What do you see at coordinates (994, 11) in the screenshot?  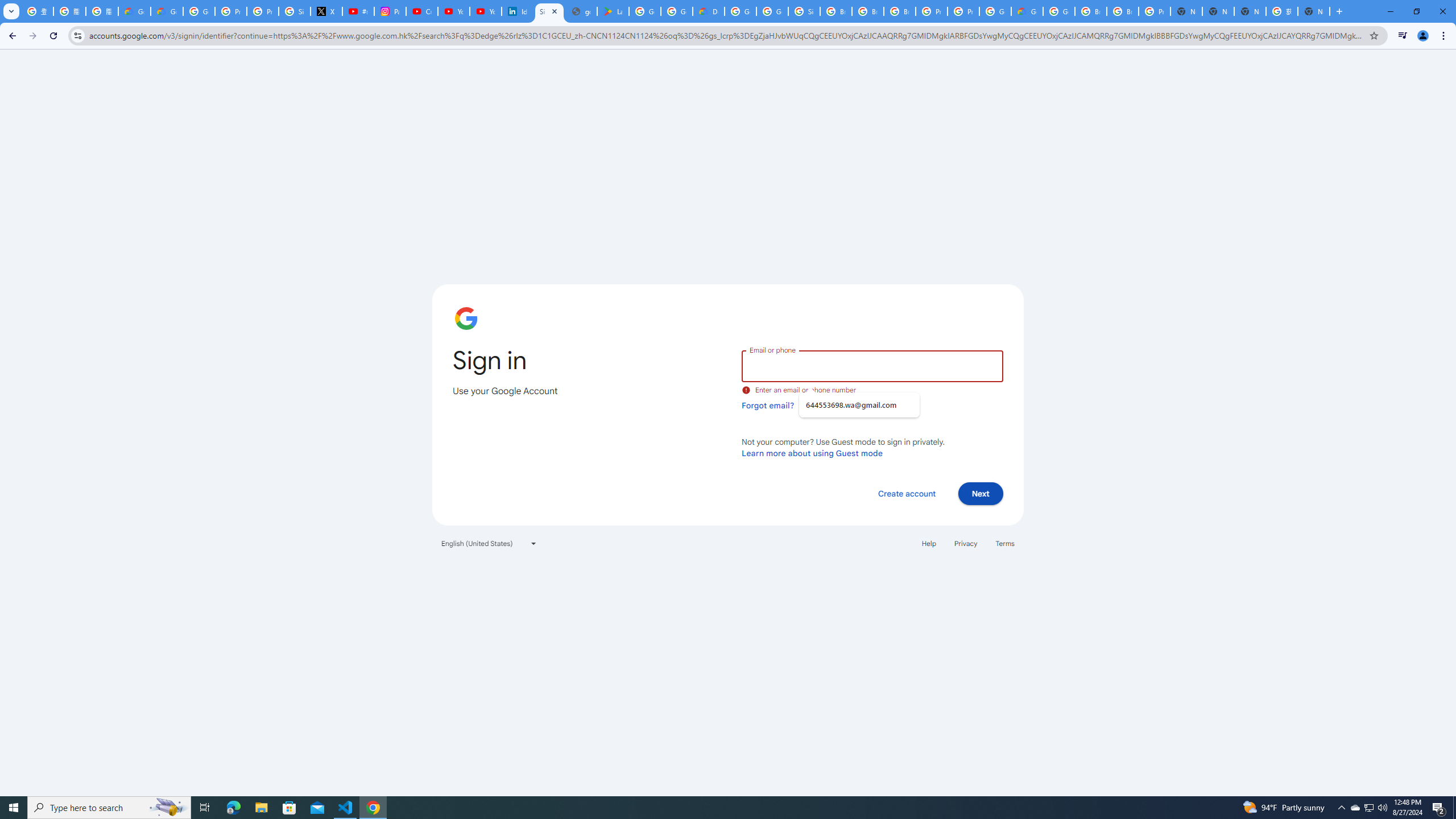 I see `'Google Cloud Platform'` at bounding box center [994, 11].